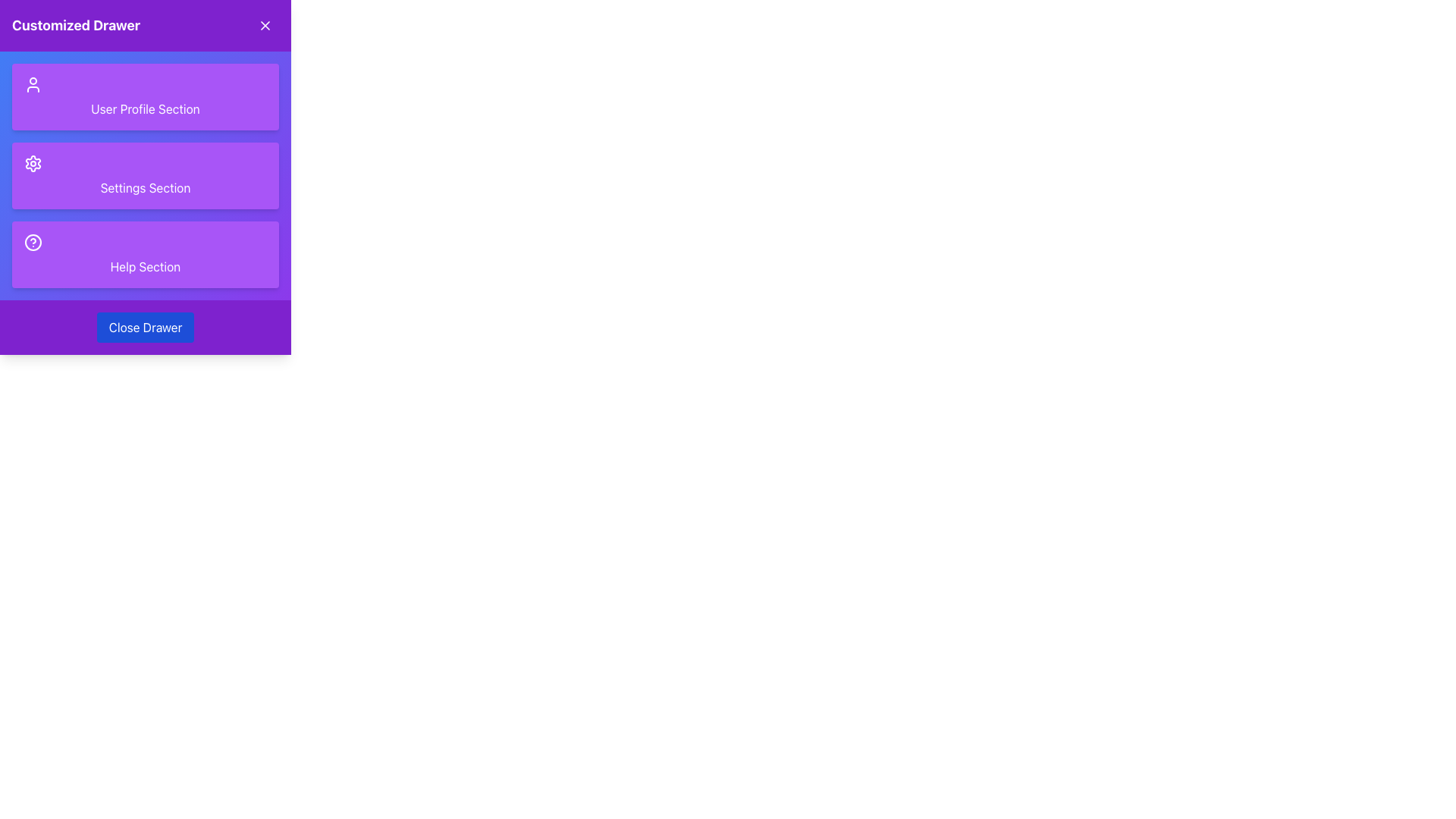 The image size is (1456, 819). Describe the element at coordinates (146, 108) in the screenshot. I see `text from the Text Label stating 'User Profile Section' which is displayed in white font on a purple background, located below the user icon and above the 'Settings Section' button` at that location.